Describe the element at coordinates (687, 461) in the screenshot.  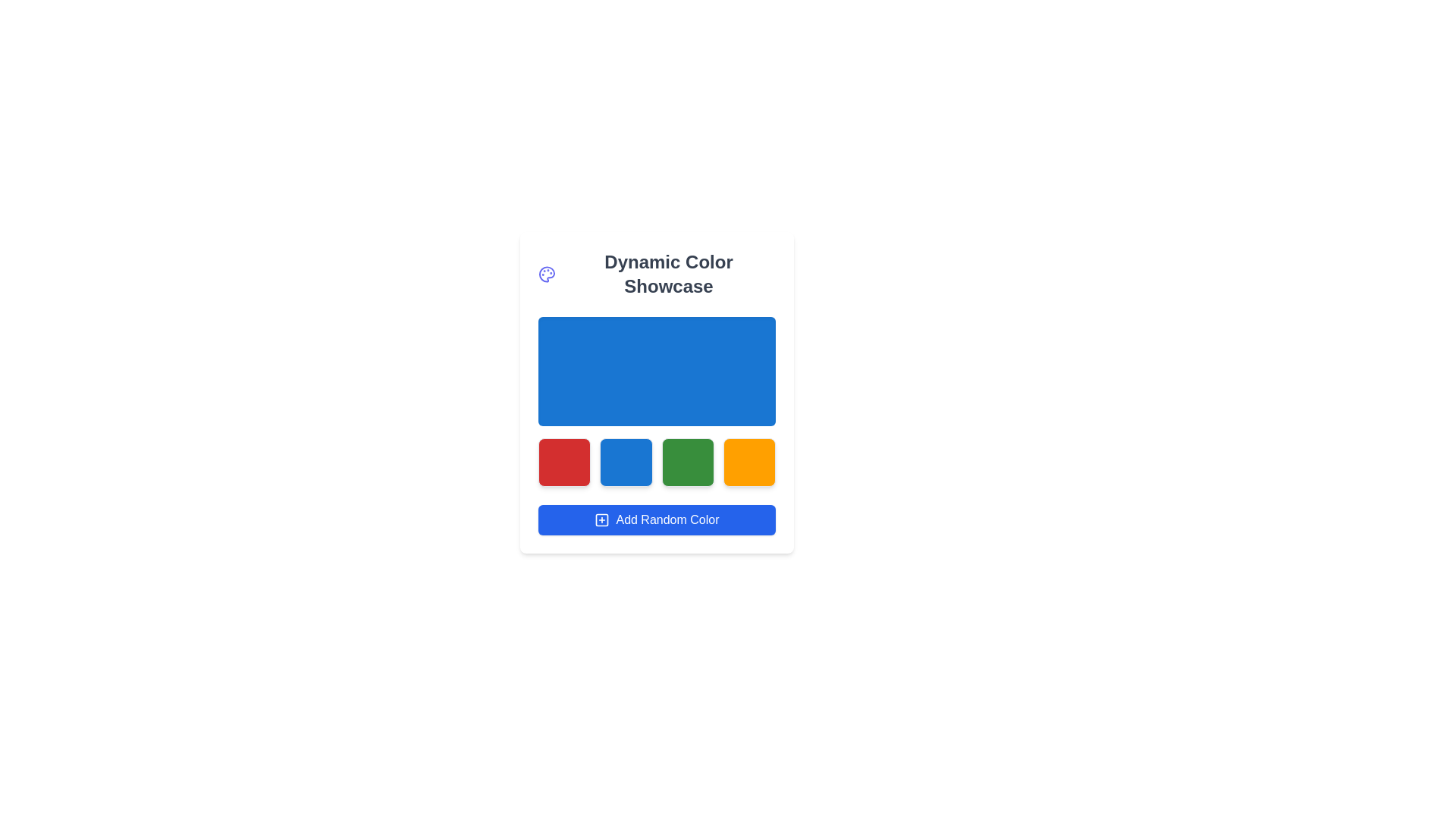
I see `the third colored block in a horizontal sequence of four colored blocks, located near the bottom of the interface, positioned between a blue block on the left and an orange block on the right` at that location.